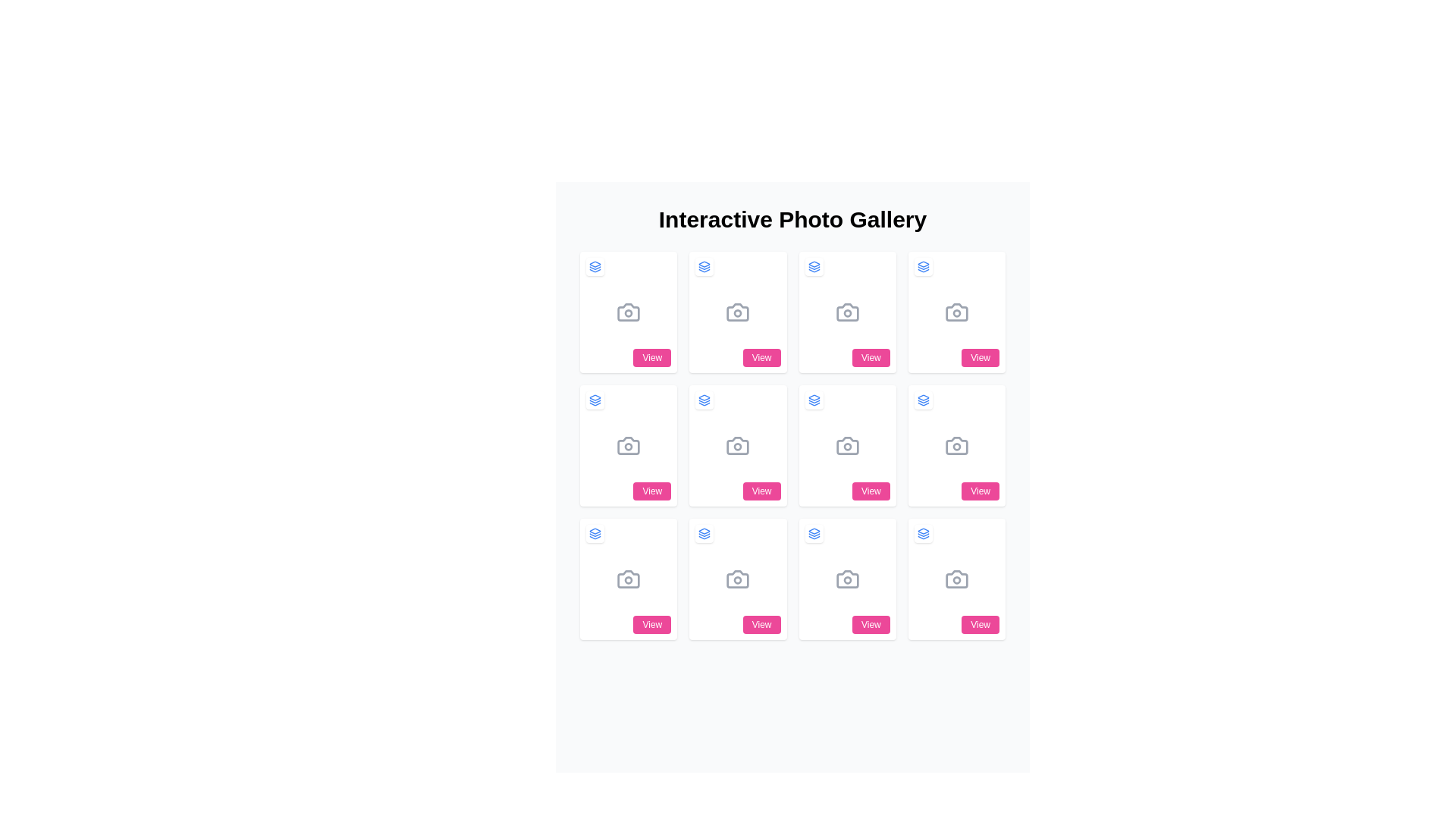 This screenshot has height=819, width=1456. What do you see at coordinates (871, 491) in the screenshot?
I see `the button located in the bottom-right corner of the second card in the third row of a 4x4 grid` at bounding box center [871, 491].